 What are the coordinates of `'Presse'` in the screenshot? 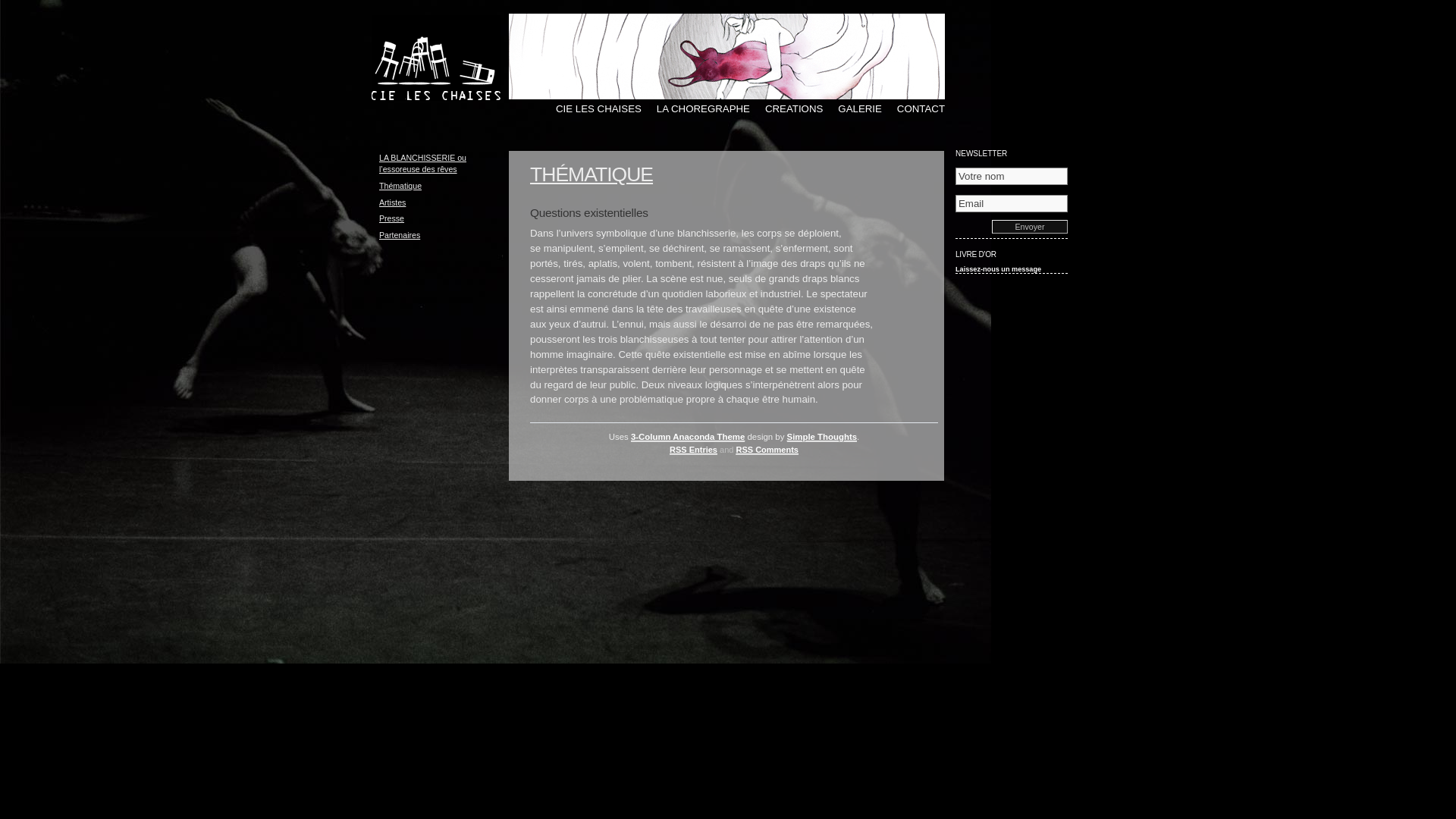 It's located at (391, 218).